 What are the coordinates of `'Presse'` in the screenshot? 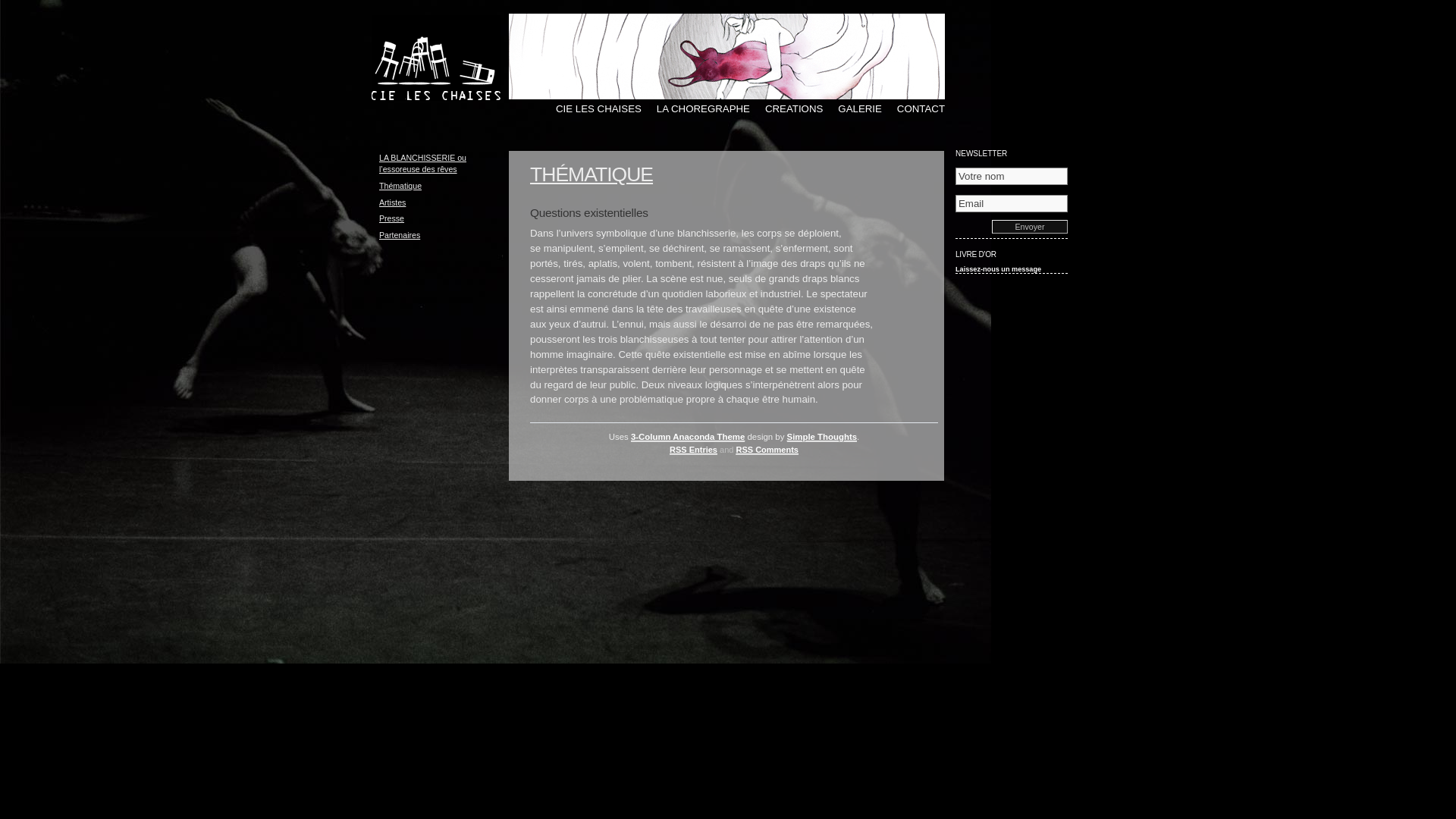 It's located at (391, 218).